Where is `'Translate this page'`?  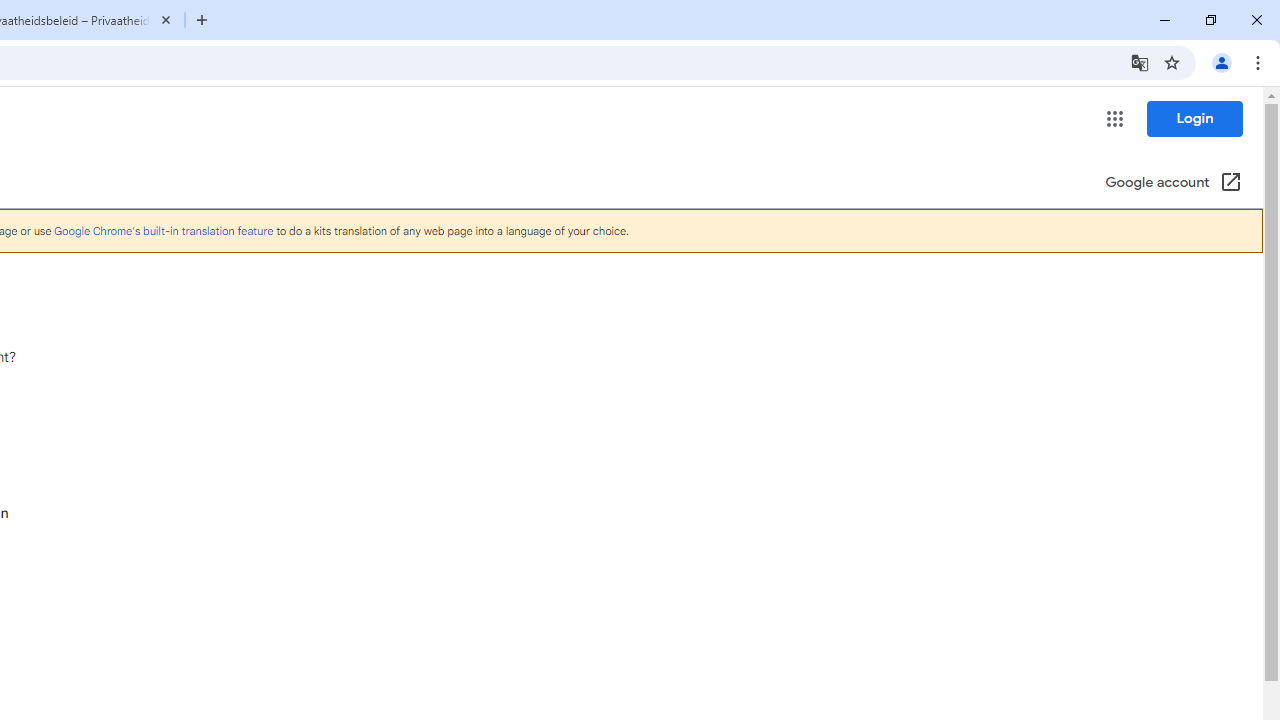 'Translate this page' is located at coordinates (1139, 61).